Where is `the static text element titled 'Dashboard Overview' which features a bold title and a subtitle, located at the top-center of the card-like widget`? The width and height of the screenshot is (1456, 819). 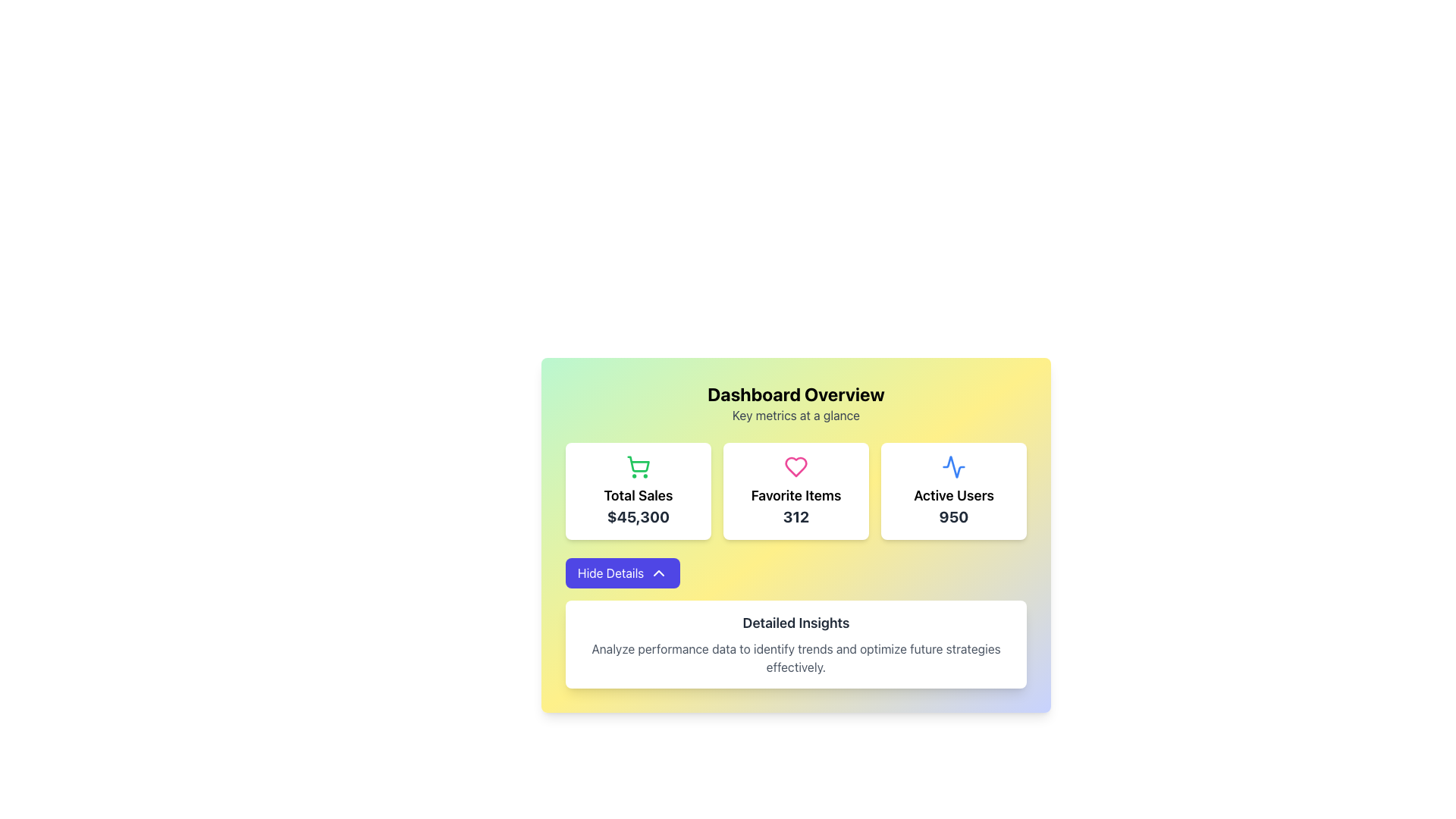 the static text element titled 'Dashboard Overview' which features a bold title and a subtitle, located at the top-center of the card-like widget is located at coordinates (795, 403).